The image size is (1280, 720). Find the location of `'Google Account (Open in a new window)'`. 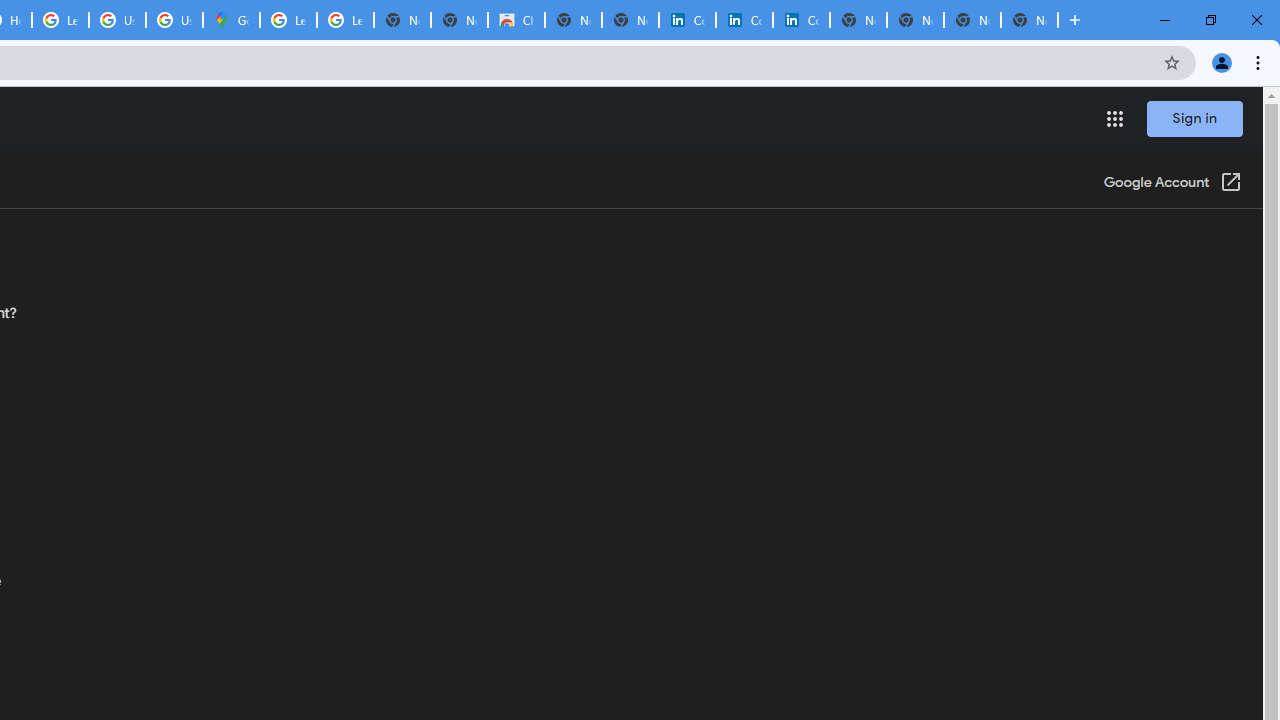

'Google Account (Open in a new window)' is located at coordinates (1173, 183).